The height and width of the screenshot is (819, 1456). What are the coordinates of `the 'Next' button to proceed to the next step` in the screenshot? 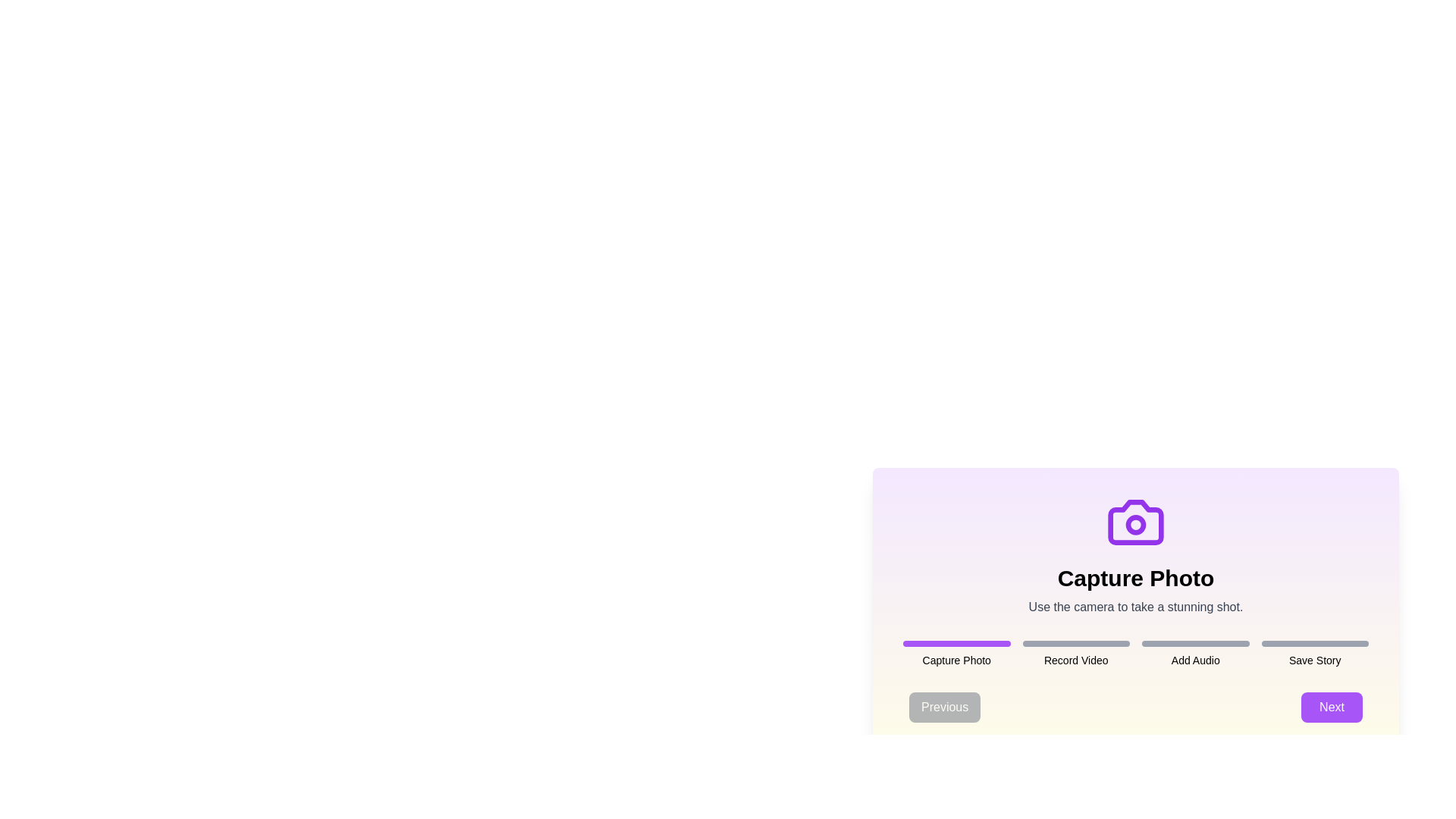 It's located at (1331, 708).